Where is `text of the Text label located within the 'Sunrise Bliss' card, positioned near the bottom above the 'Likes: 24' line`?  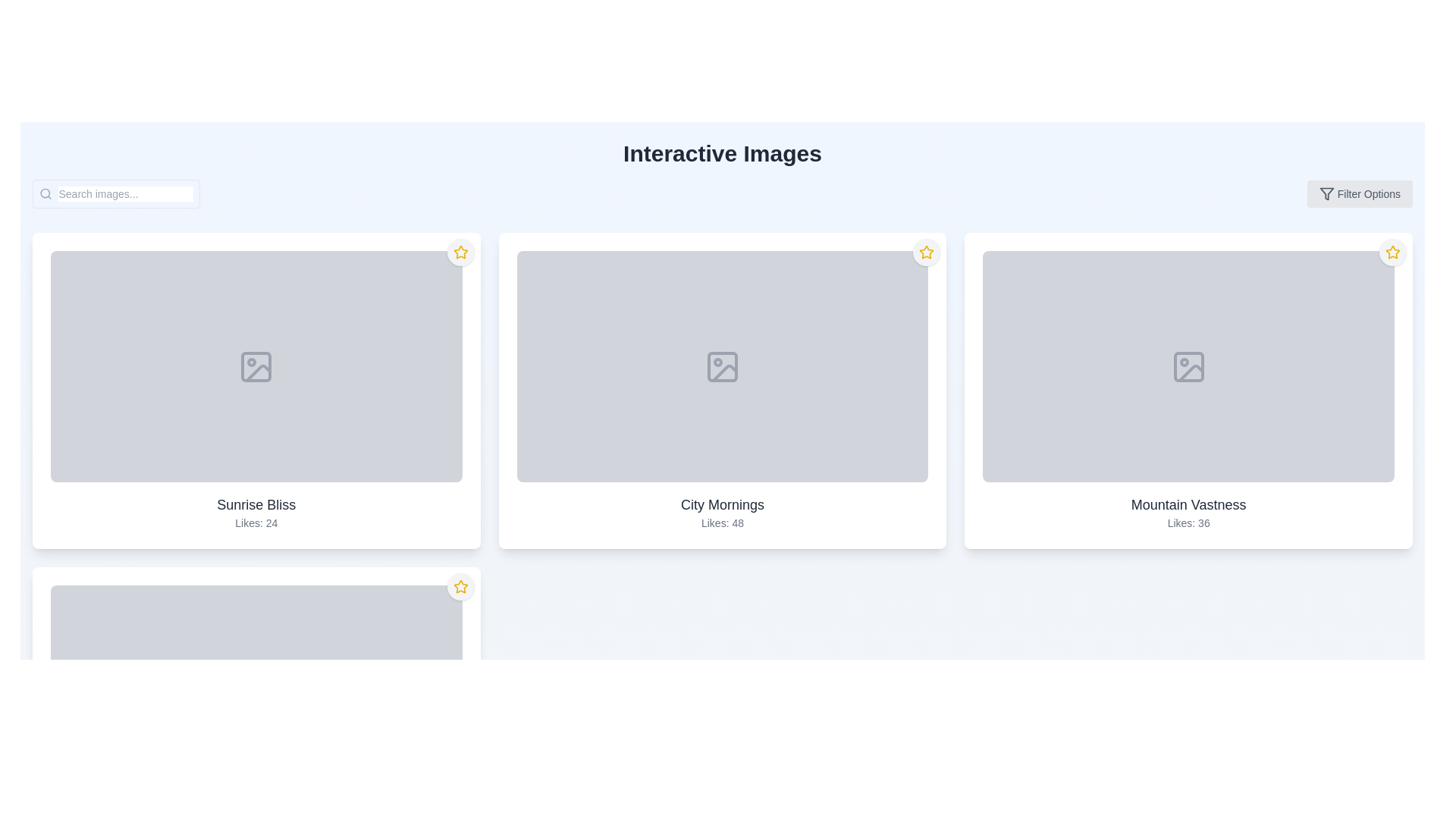 text of the Text label located within the 'Sunrise Bliss' card, positioned near the bottom above the 'Likes: 24' line is located at coordinates (256, 505).